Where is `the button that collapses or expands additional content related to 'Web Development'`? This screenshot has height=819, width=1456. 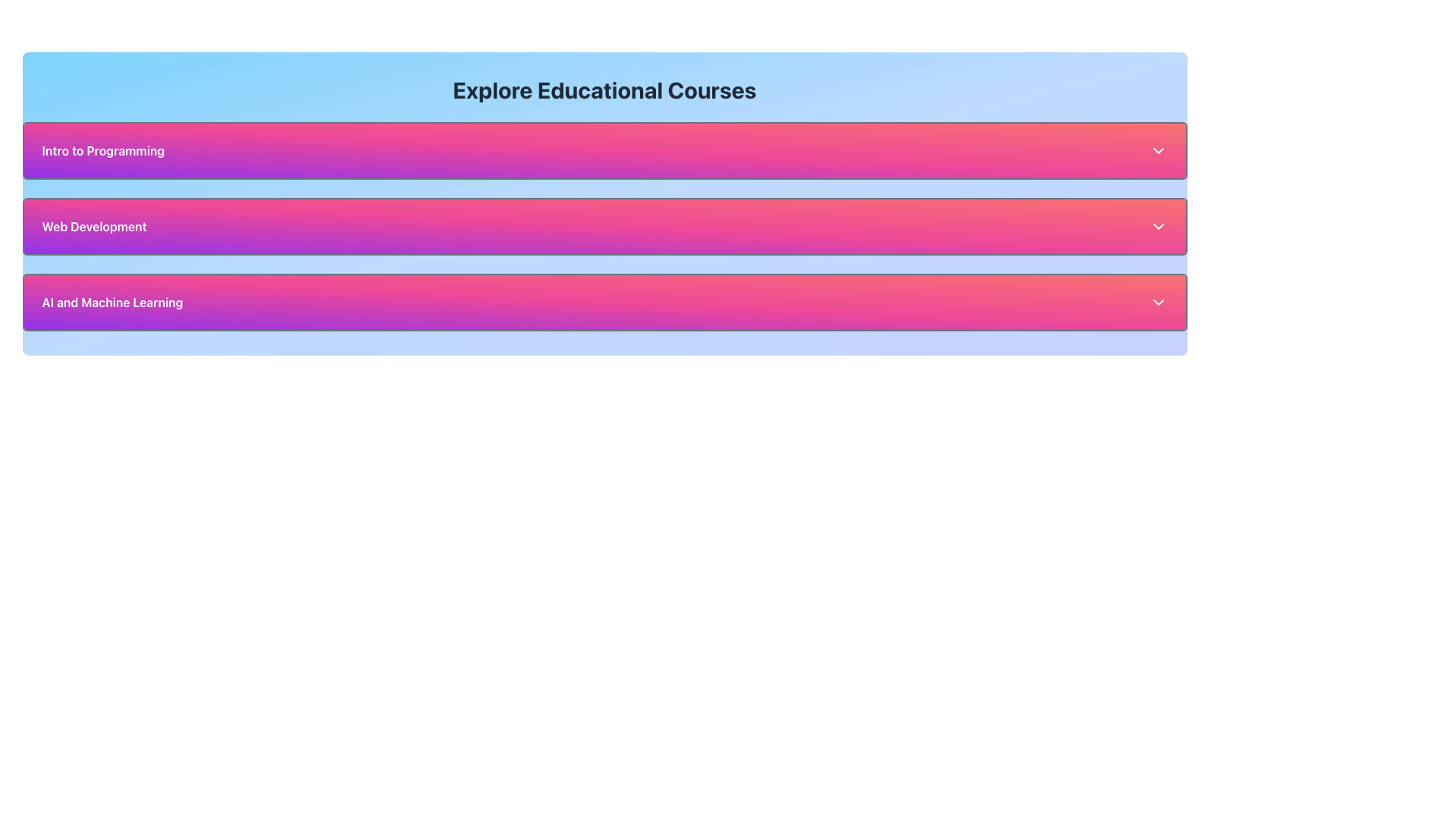
the button that collapses or expands additional content related to 'Web Development' is located at coordinates (604, 227).